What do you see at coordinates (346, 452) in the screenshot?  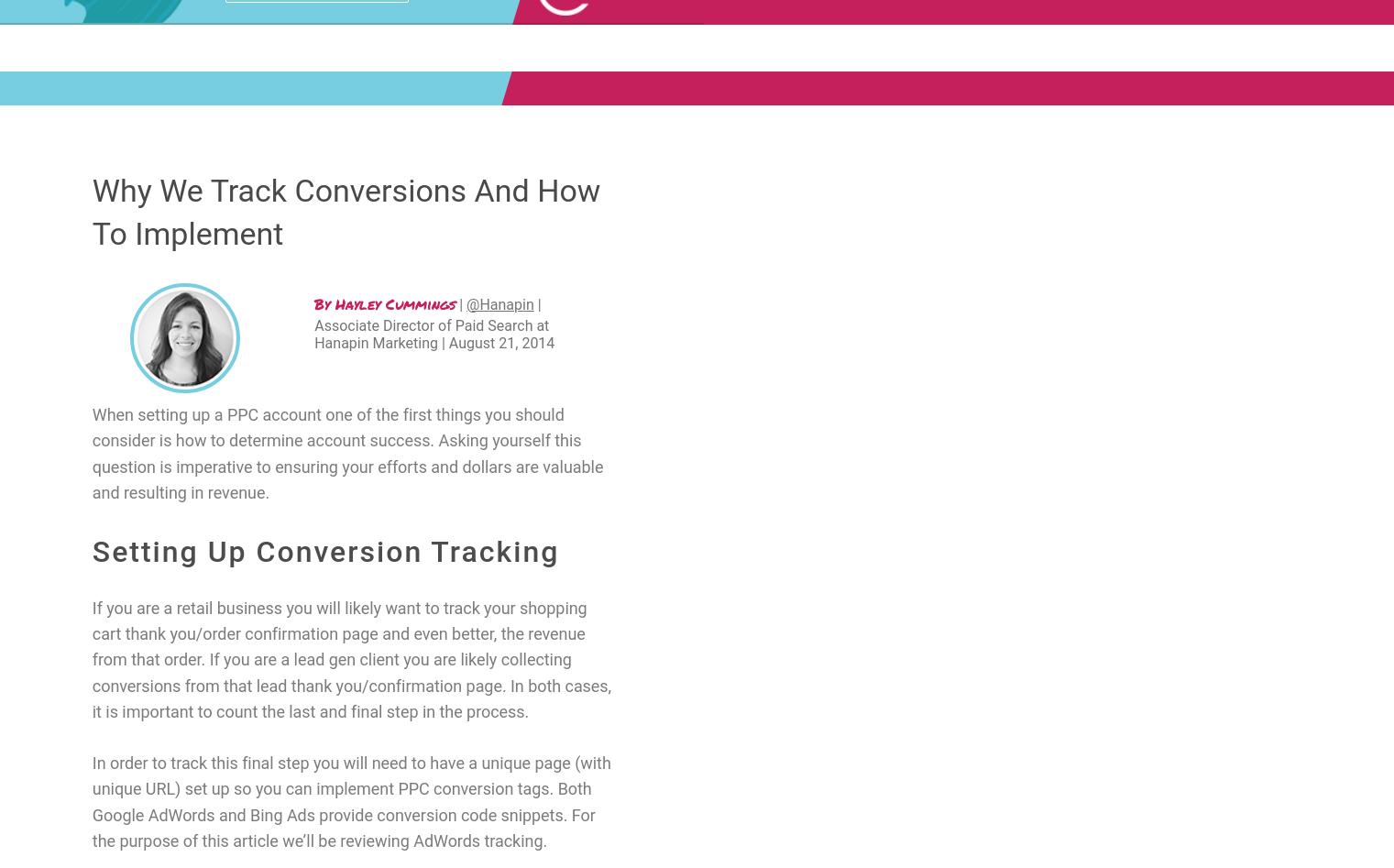 I see `'When setting up a PPC account one of the first things you should consider is how to determine account success. Asking yourself this question is imperative to ensuring your efforts and dollars are valuable and resulting in revenue.'` at bounding box center [346, 452].